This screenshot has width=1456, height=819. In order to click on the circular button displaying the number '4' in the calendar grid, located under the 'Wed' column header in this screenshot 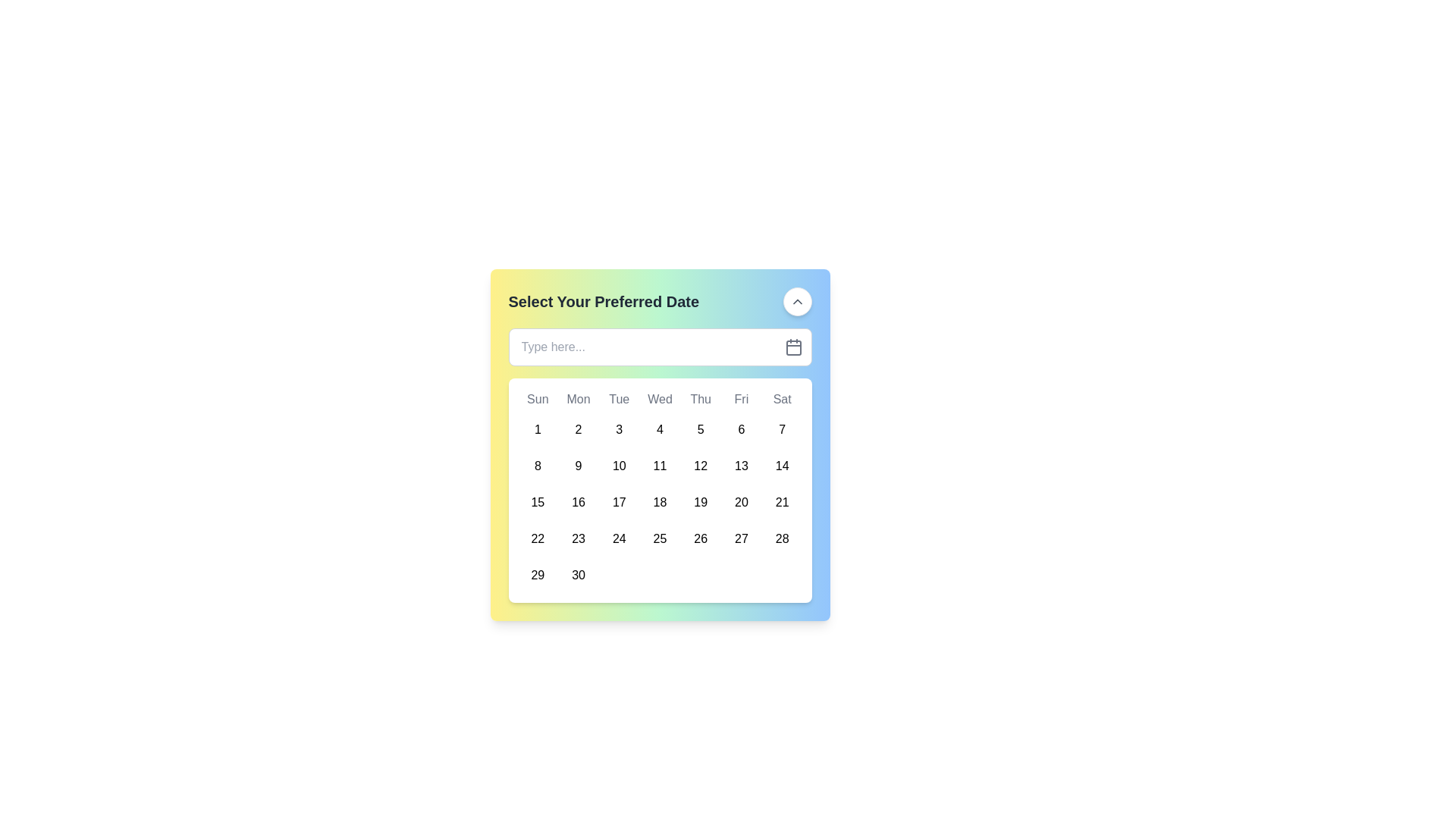, I will do `click(660, 430)`.